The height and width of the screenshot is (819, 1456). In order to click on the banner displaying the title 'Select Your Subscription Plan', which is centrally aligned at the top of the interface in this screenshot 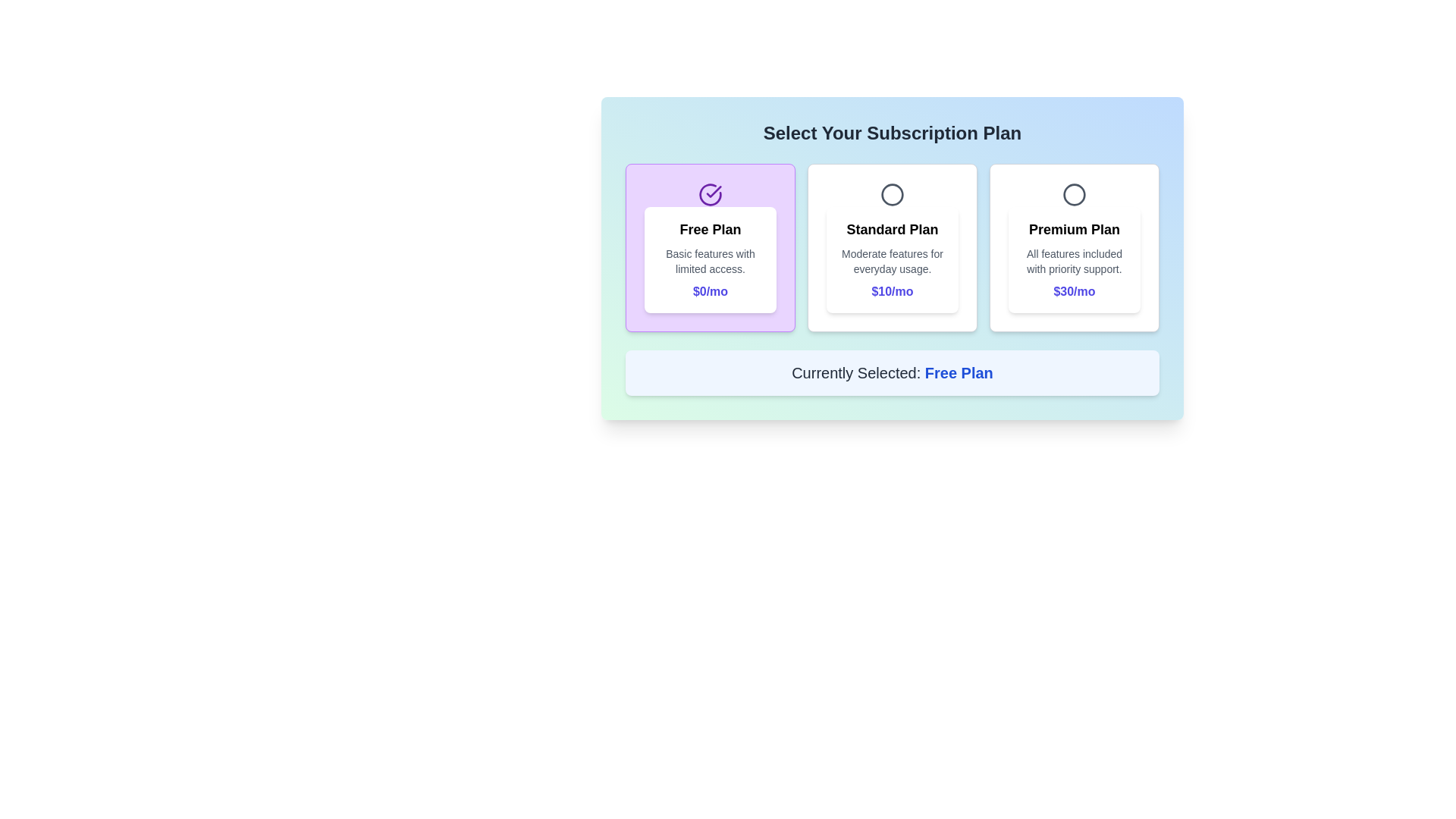, I will do `click(892, 133)`.